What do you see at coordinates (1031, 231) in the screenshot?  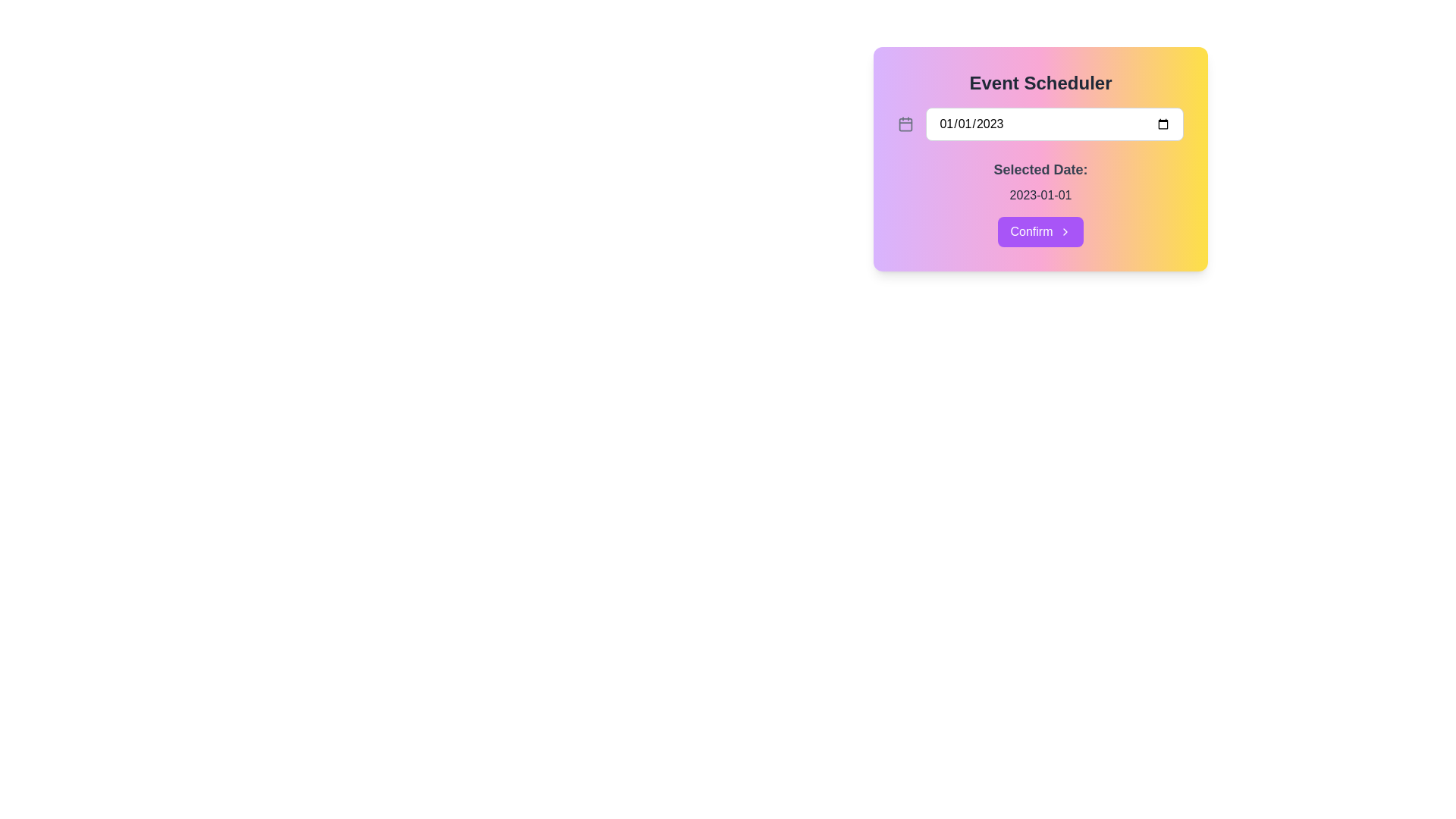 I see `the 'Confirm' text label which is displayed in white on a purple button beneath the 'Selected Date' section` at bounding box center [1031, 231].